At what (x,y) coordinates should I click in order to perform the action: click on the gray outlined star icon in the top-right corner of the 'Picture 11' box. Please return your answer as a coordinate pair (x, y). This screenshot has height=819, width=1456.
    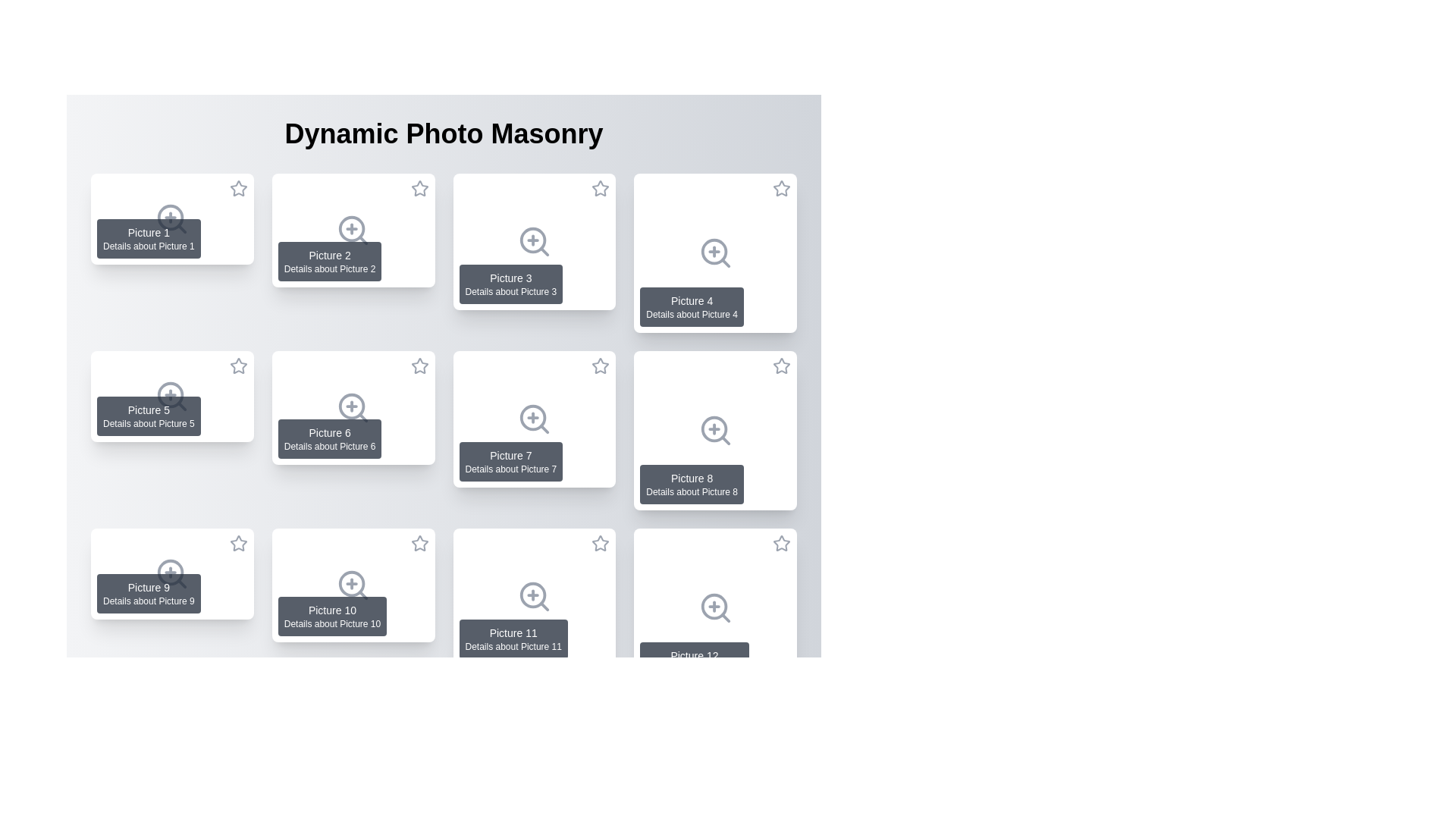
    Looking at the image, I should click on (600, 542).